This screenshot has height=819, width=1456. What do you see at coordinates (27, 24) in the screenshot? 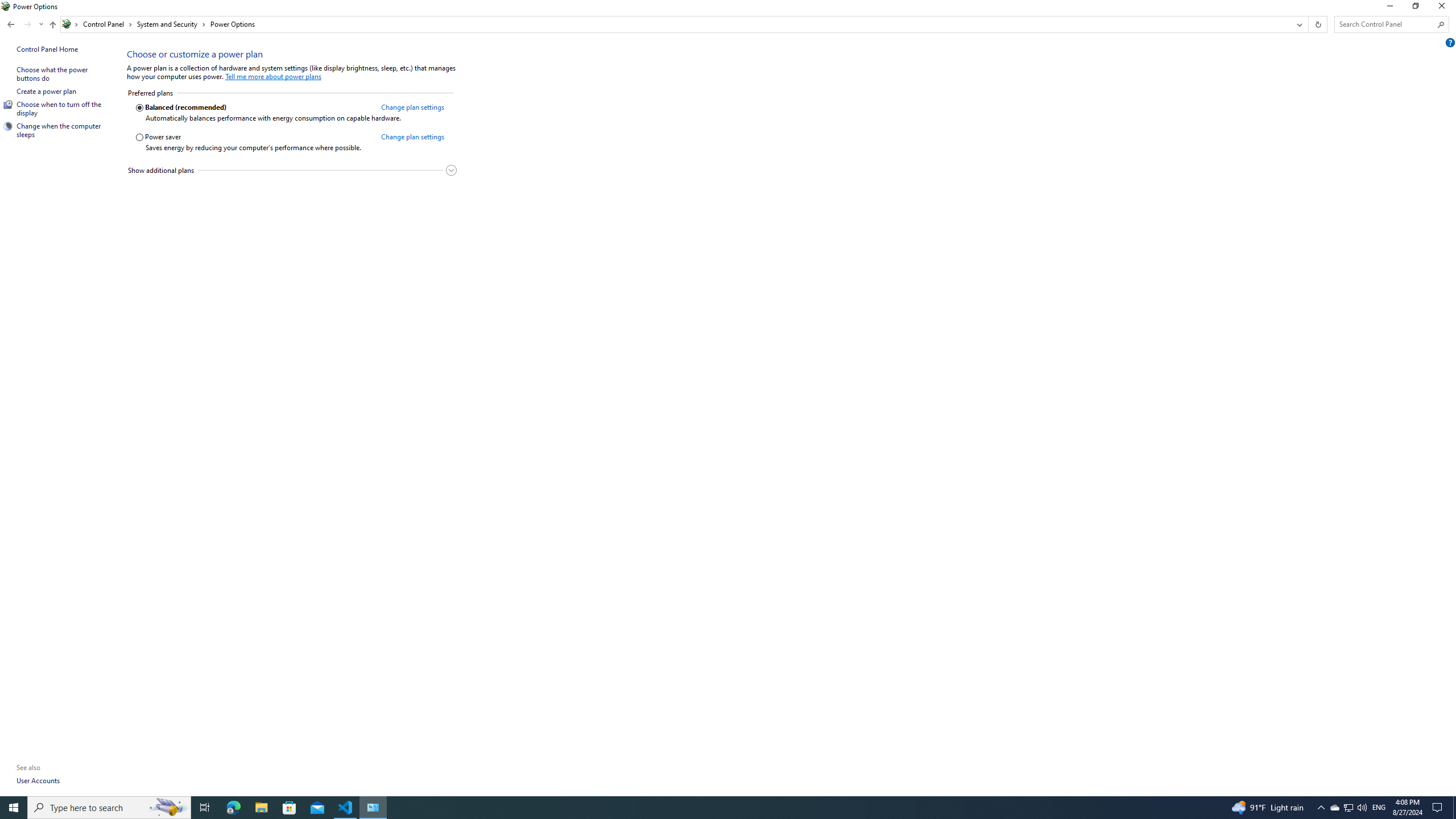
I see `'Forward (Alt + Right Arrow)'` at bounding box center [27, 24].